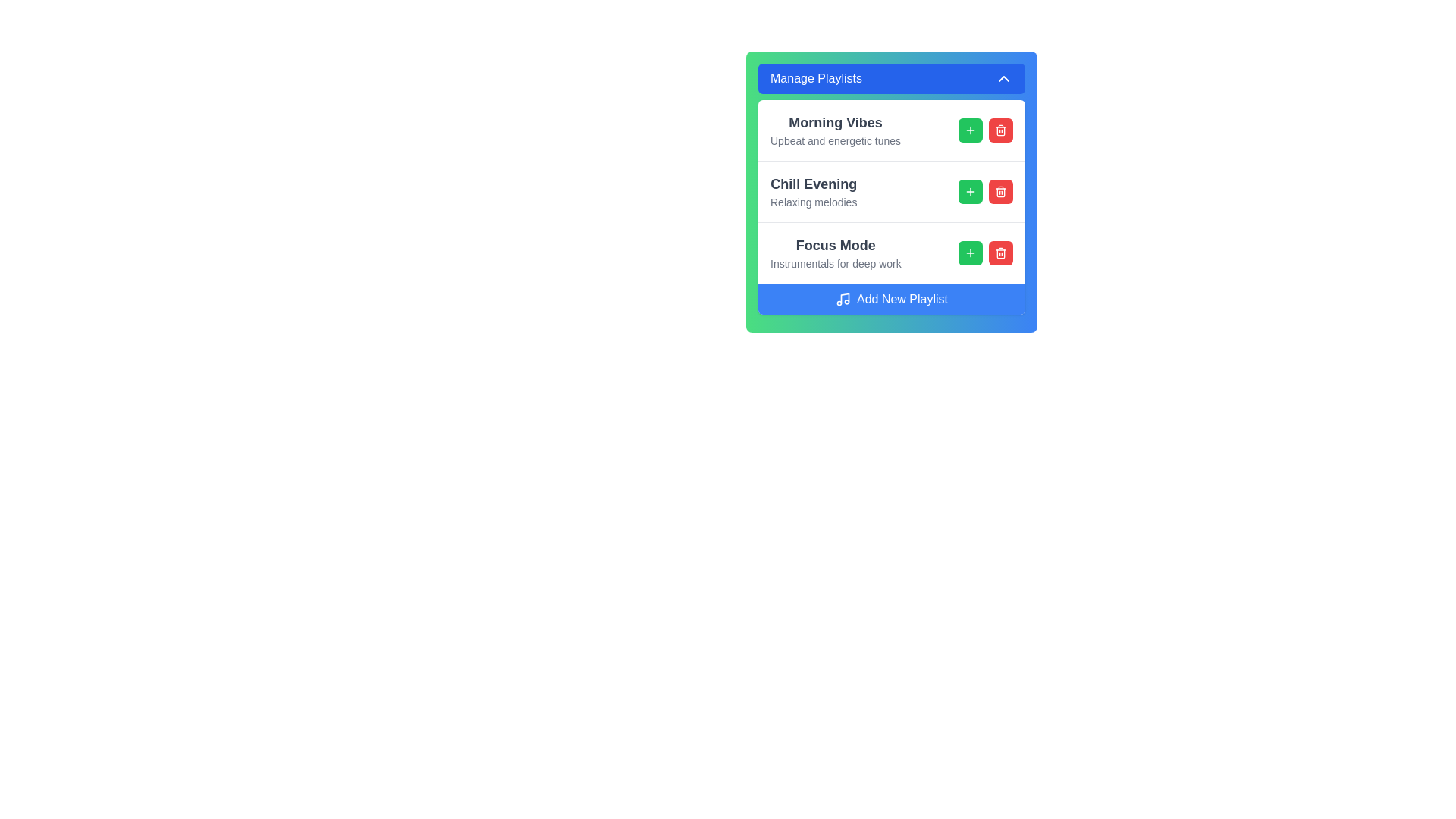  What do you see at coordinates (892, 299) in the screenshot?
I see `the 'Add New Playlist' button located at the bottom of the playlist card to initiate the process of creating a new playlist` at bounding box center [892, 299].